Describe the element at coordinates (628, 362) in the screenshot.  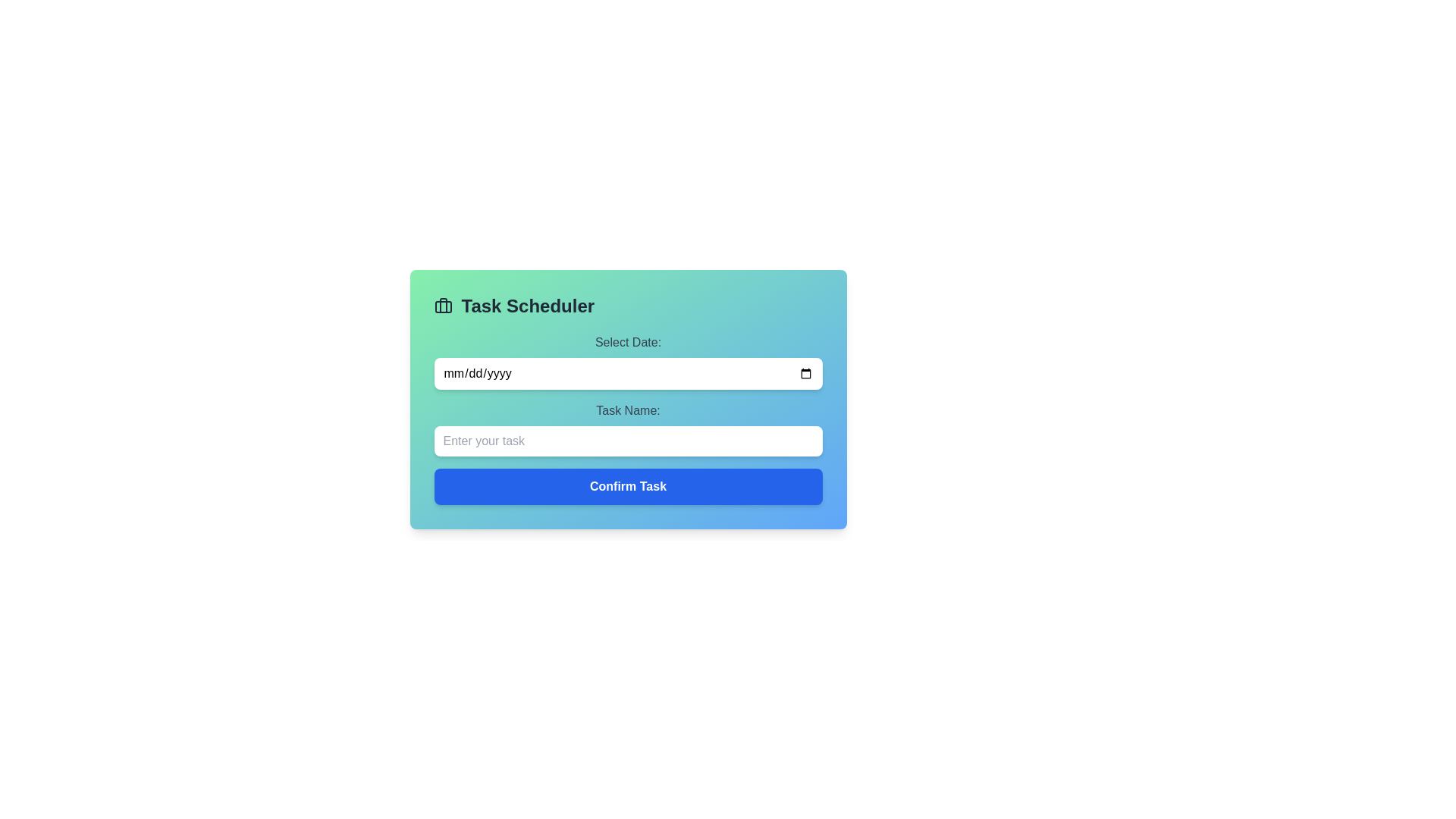
I see `a date from the dropdown calendar in the Date Input Field located beneath the header and above the 'Task Name:' input field` at that location.